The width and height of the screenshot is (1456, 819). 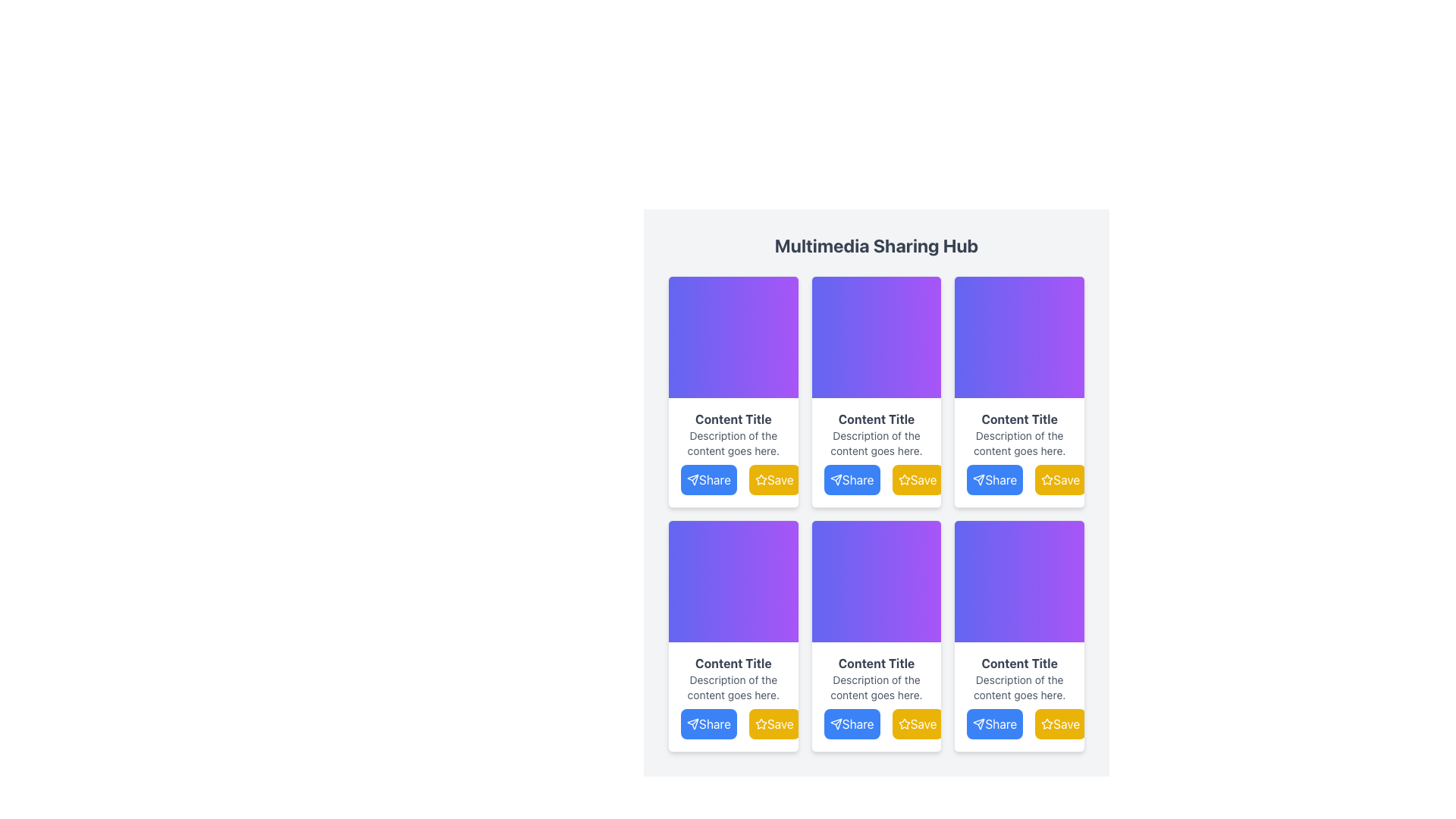 I want to click on the 'Share' button with a blue background and white text, located in the fourth card from the left in the grid layout, below the Content Title and description, so click(x=877, y=723).